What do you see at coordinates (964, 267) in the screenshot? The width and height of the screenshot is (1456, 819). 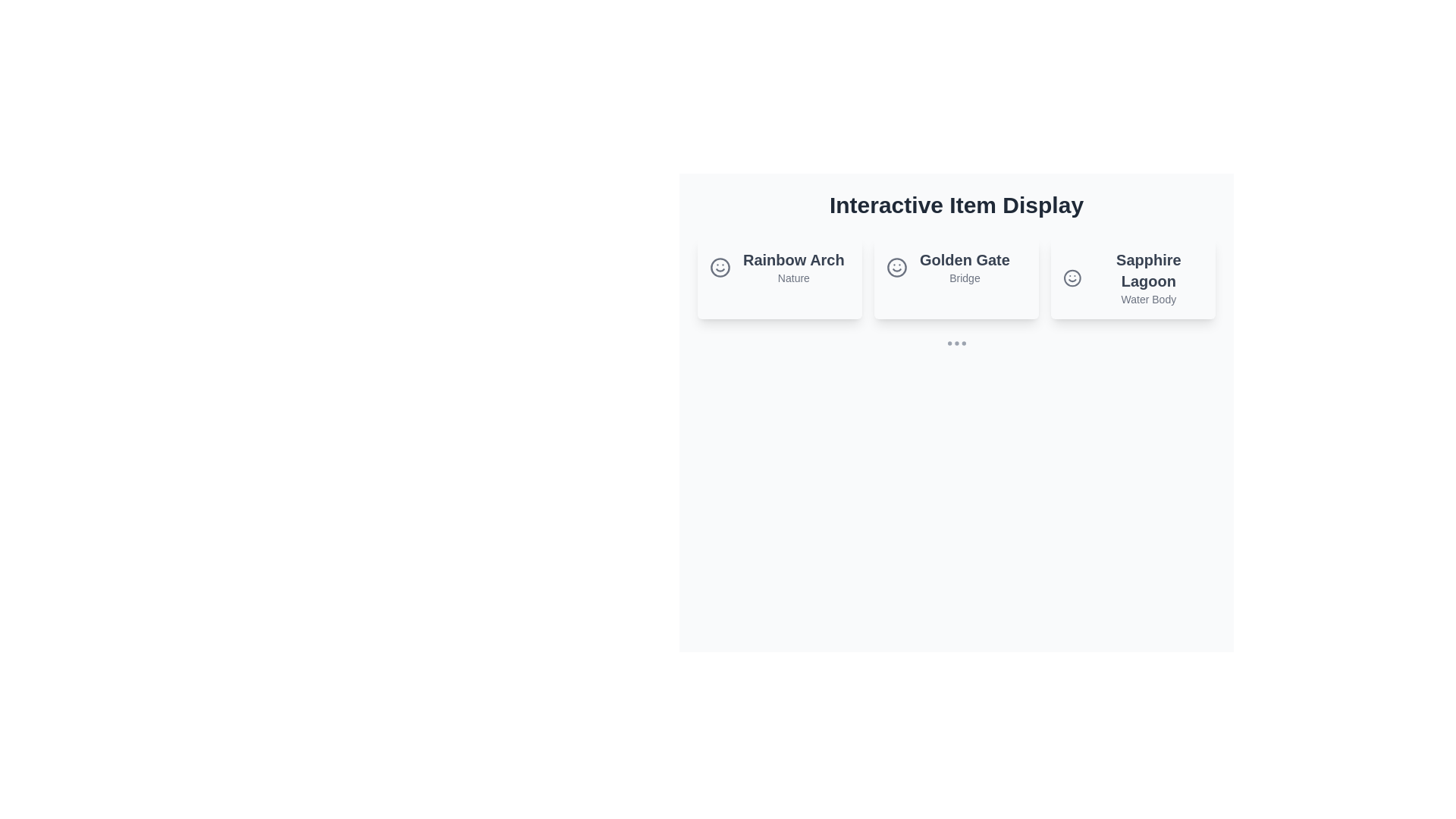 I see `the text label displaying the title and subtitle of the 'Golden Gate' item, which is located below the circular icon in the second card of a horizontal set of three cards` at bounding box center [964, 267].